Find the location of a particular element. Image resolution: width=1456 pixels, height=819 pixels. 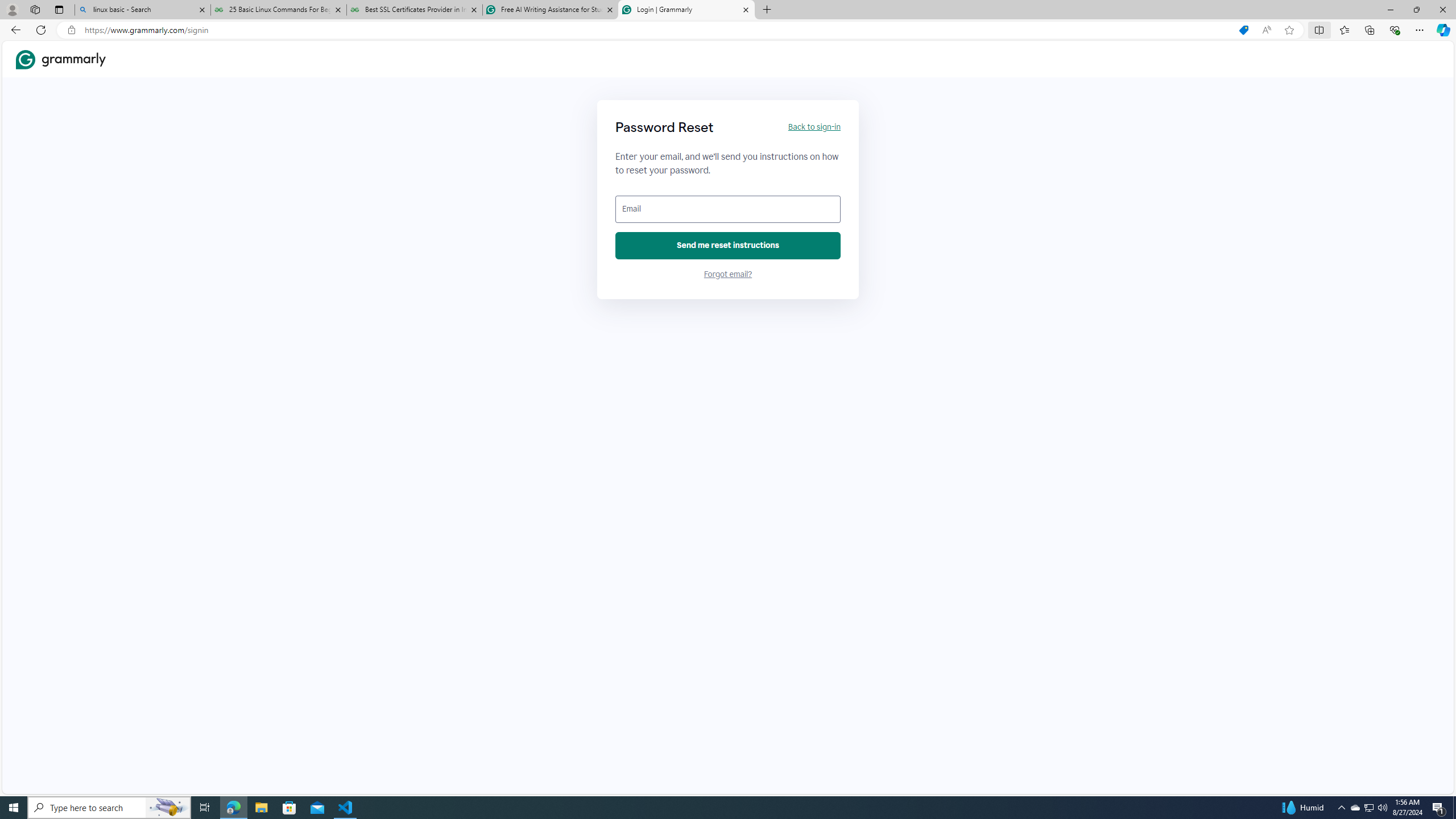

'Grammarly Home' is located at coordinates (60, 59).